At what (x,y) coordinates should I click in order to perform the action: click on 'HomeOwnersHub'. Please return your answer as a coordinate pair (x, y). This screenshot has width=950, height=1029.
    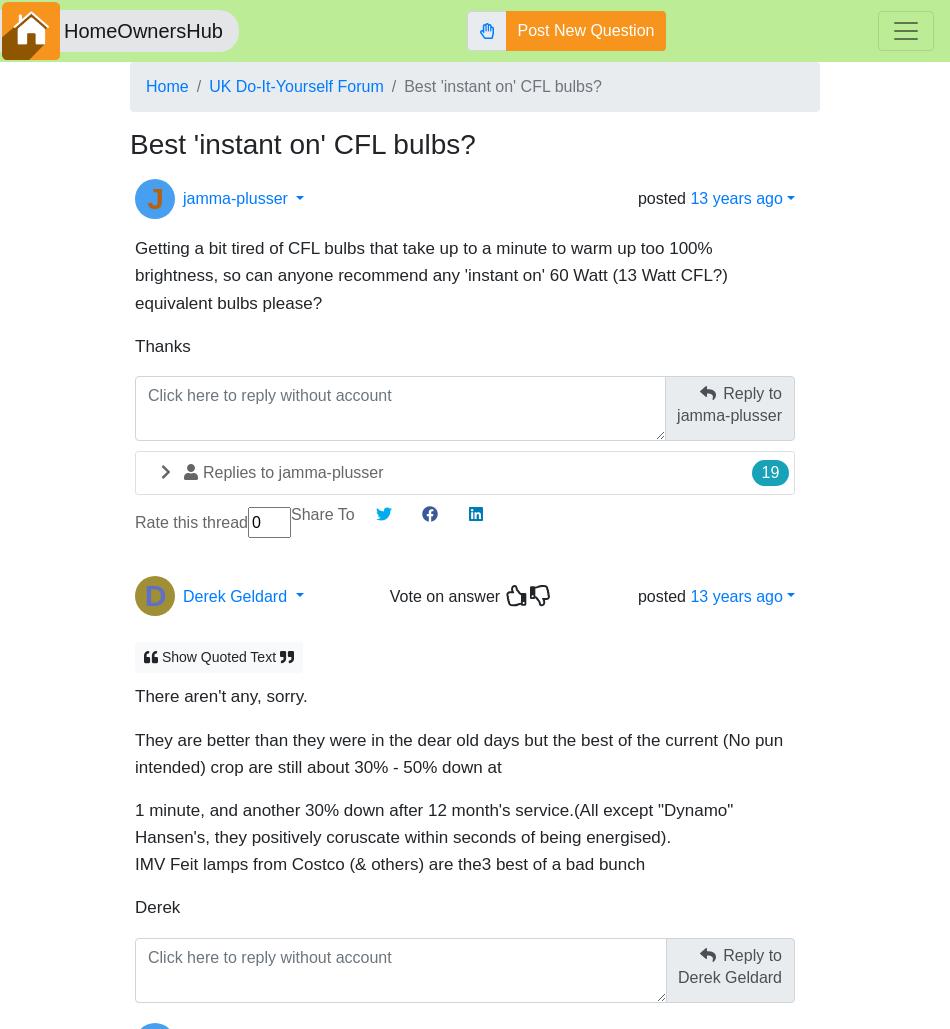
    Looking at the image, I should click on (142, 30).